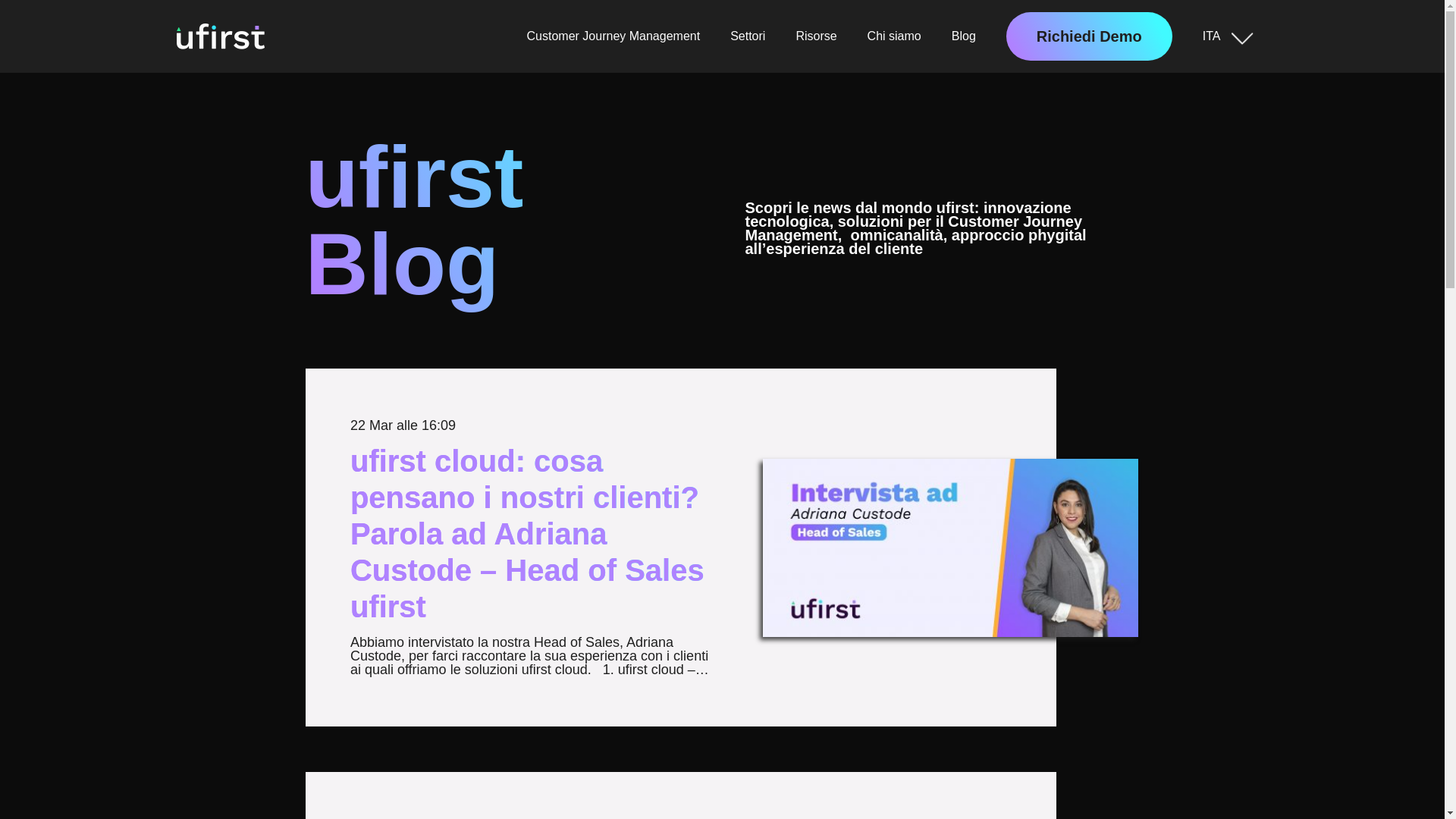  What do you see at coordinates (963, 35) in the screenshot?
I see `'Blog'` at bounding box center [963, 35].